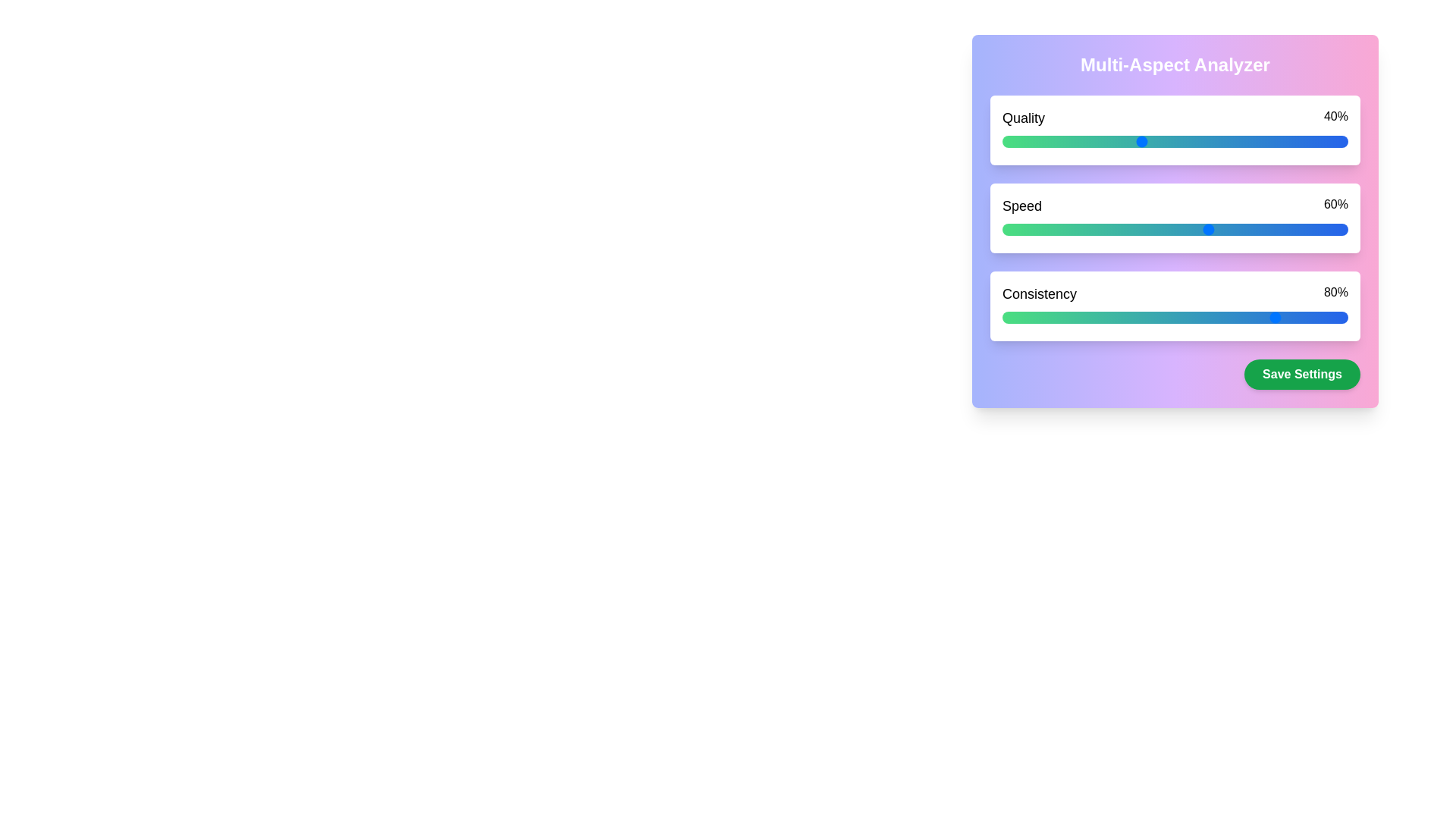 This screenshot has height=819, width=1456. I want to click on the speed value, so click(1078, 230).